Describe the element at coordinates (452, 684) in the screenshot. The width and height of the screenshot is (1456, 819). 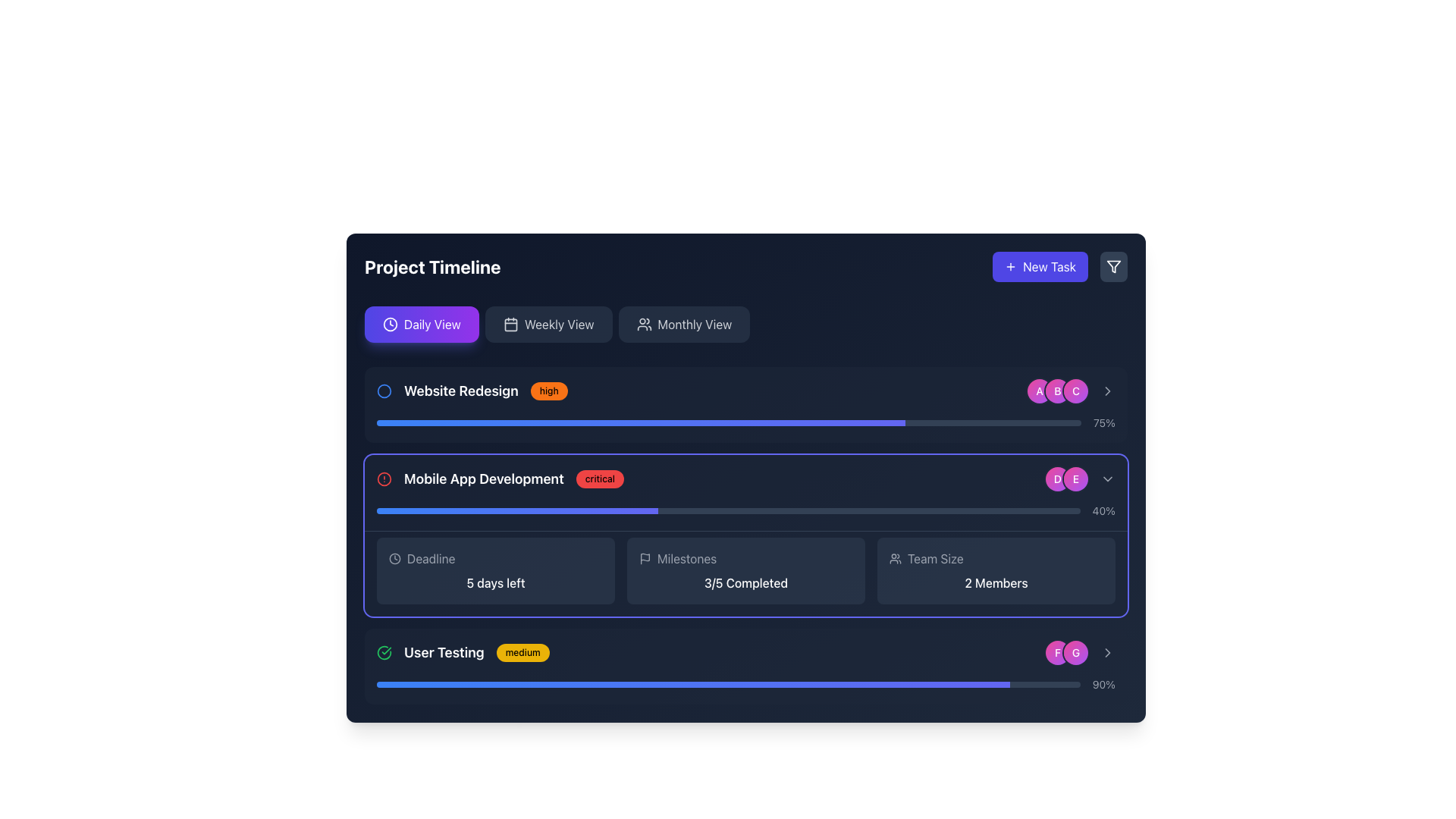
I see `the progress value` at that location.